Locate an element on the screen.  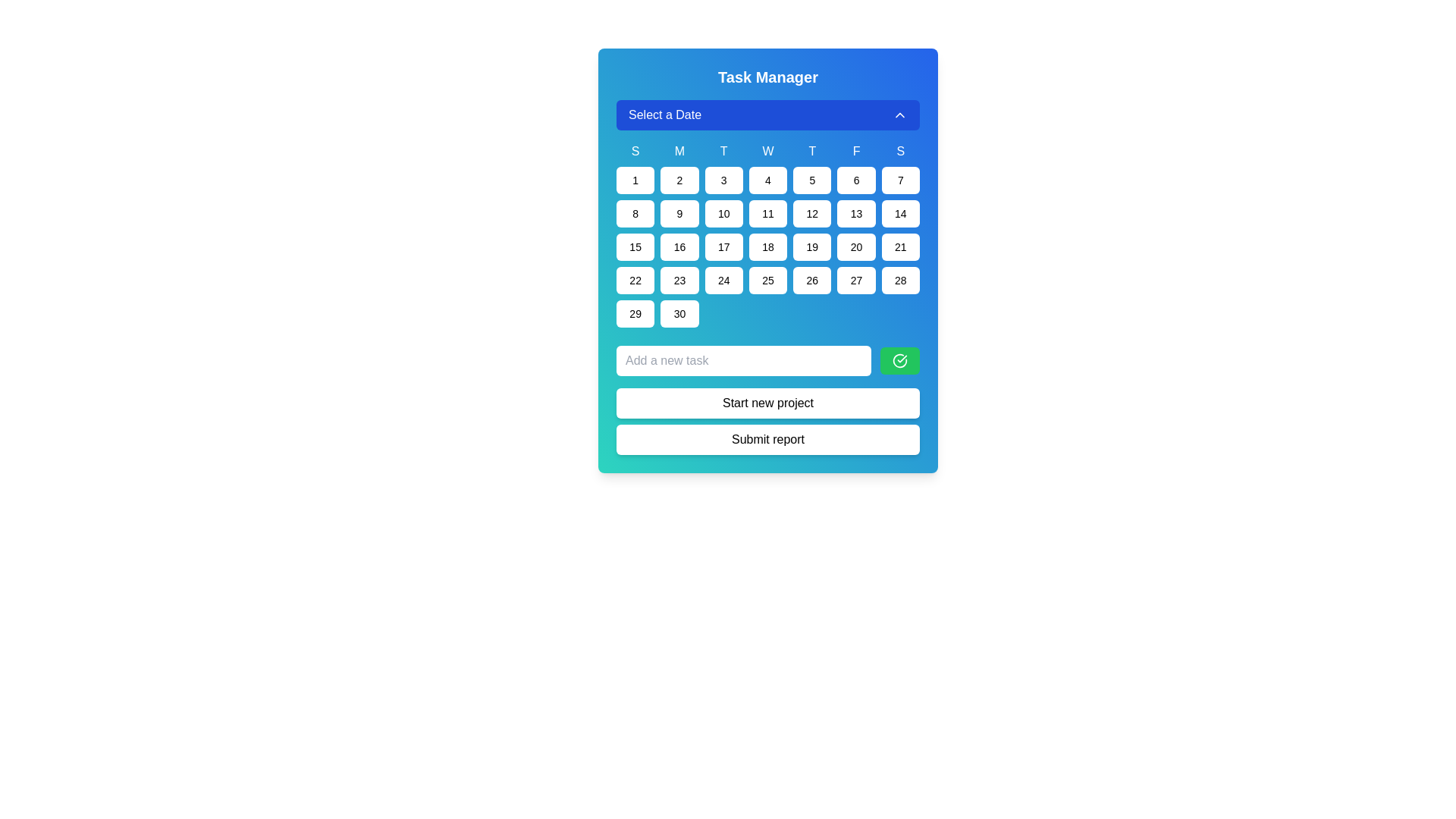
the small rectangular button labeled '5' in the first row of the calendar grid is located at coordinates (811, 180).